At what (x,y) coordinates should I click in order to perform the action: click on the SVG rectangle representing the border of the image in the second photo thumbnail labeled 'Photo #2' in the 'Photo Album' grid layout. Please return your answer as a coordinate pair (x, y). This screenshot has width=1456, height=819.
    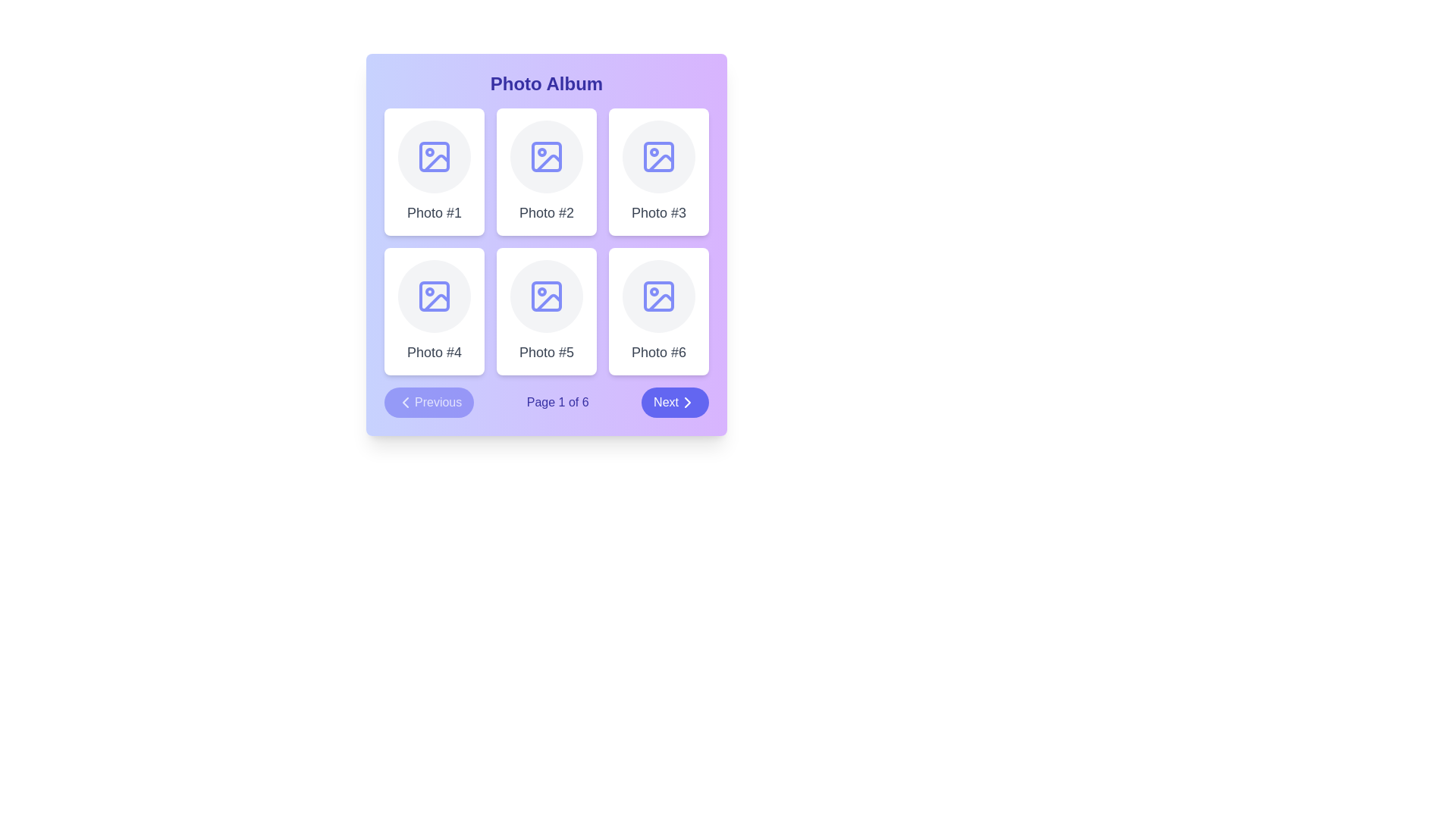
    Looking at the image, I should click on (546, 157).